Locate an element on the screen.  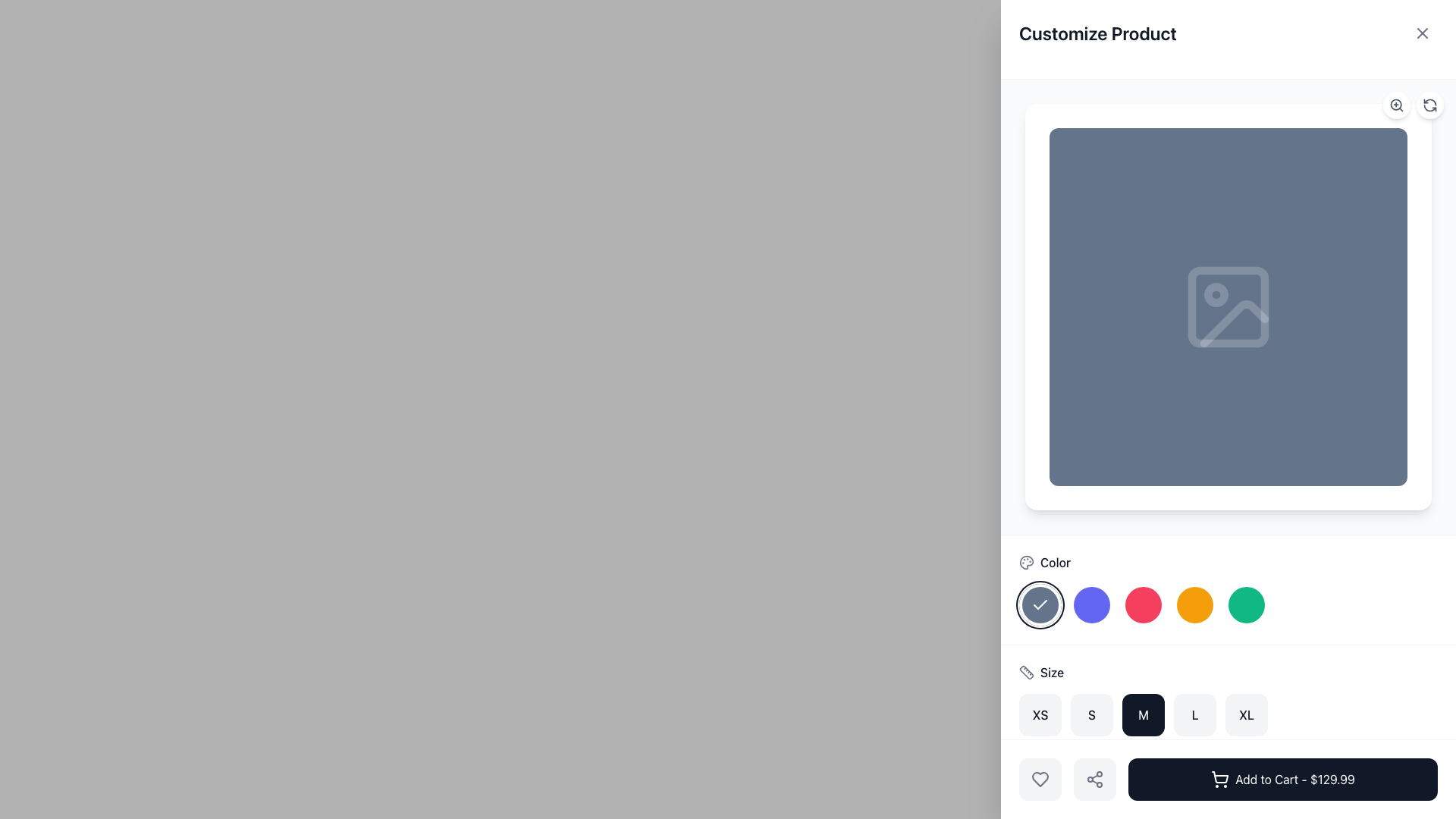
the decorative icon located to the left of the 'Size' label in the UI, which indicates measurements or sizing options is located at coordinates (1026, 672).